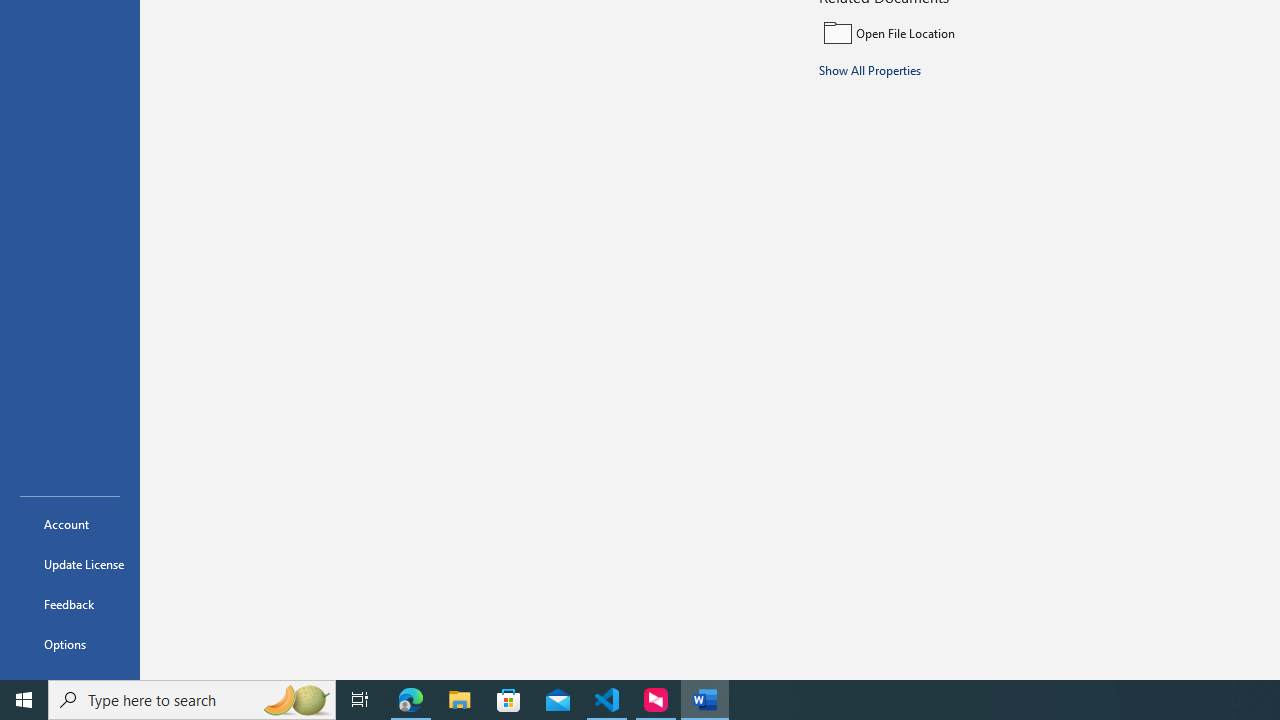 This screenshot has height=720, width=1280. Describe the element at coordinates (69, 564) in the screenshot. I see `'Update License'` at that location.